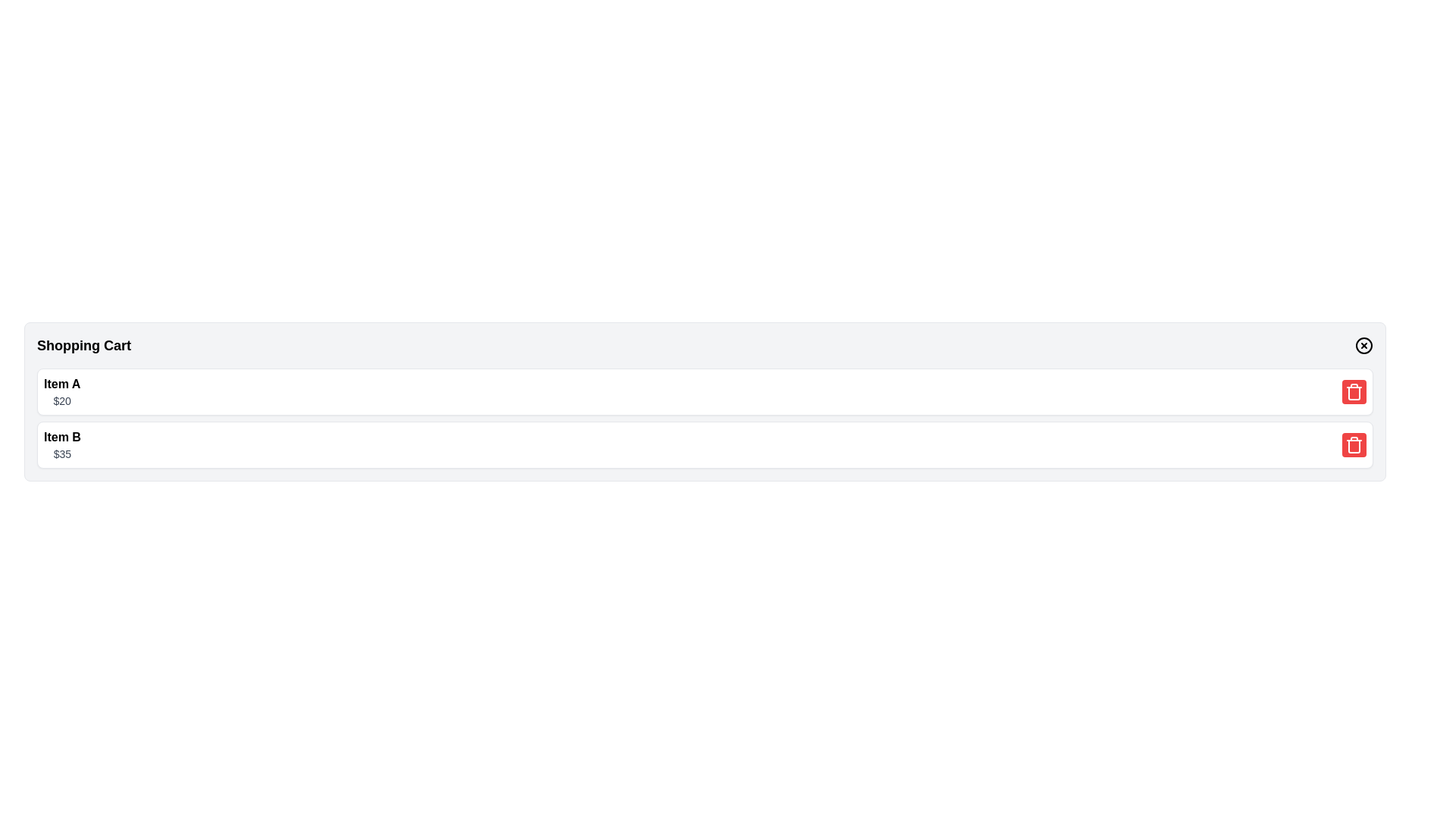 The image size is (1456, 819). What do you see at coordinates (61, 438) in the screenshot?
I see `the text label 'Item B', which is styled in bold and displayed in black color against a white background within the shopping cart interface` at bounding box center [61, 438].